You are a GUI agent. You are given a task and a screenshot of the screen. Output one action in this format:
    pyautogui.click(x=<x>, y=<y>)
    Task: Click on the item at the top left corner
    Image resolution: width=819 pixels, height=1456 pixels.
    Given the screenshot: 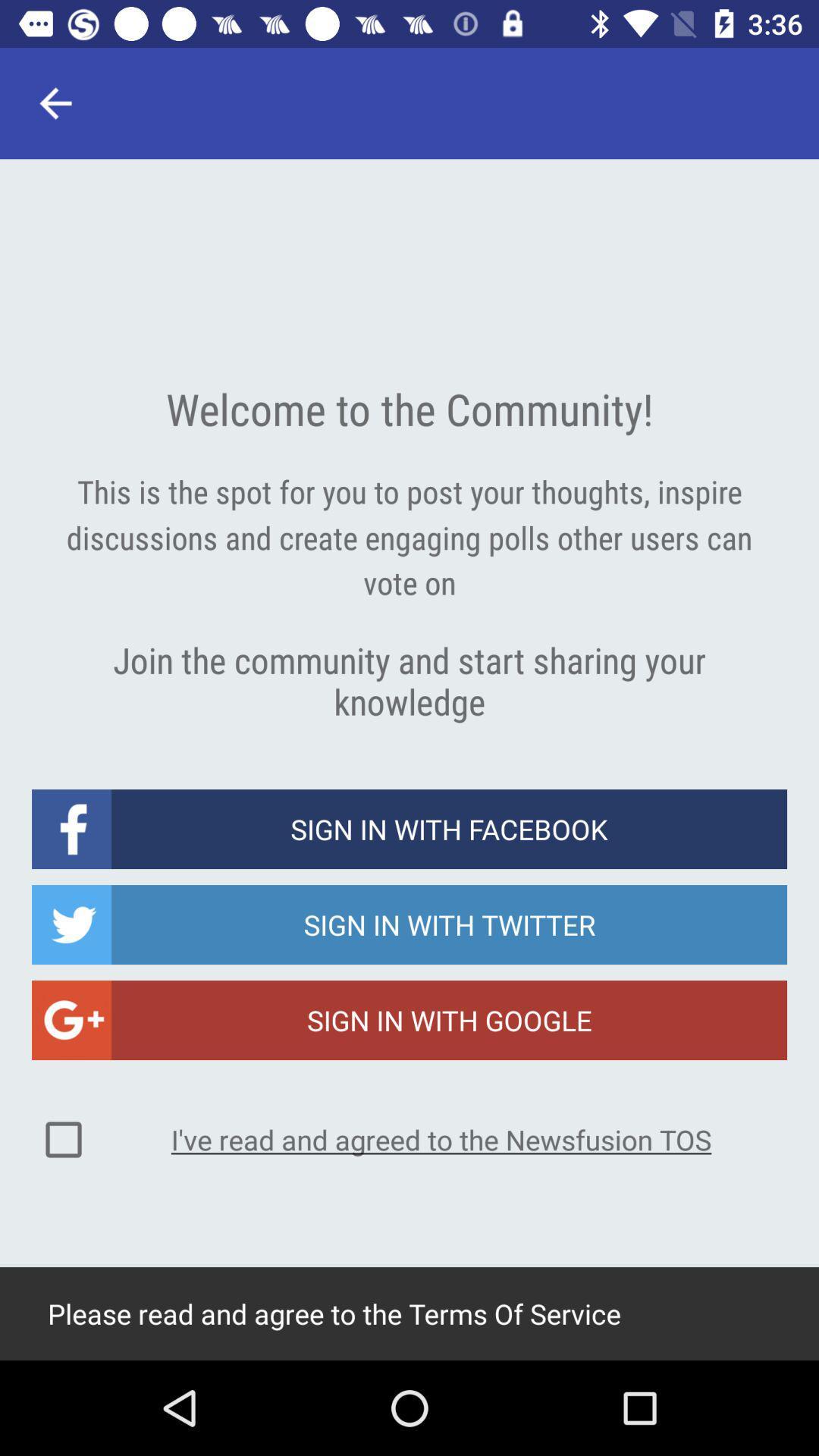 What is the action you would take?
    pyautogui.click(x=55, y=102)
    